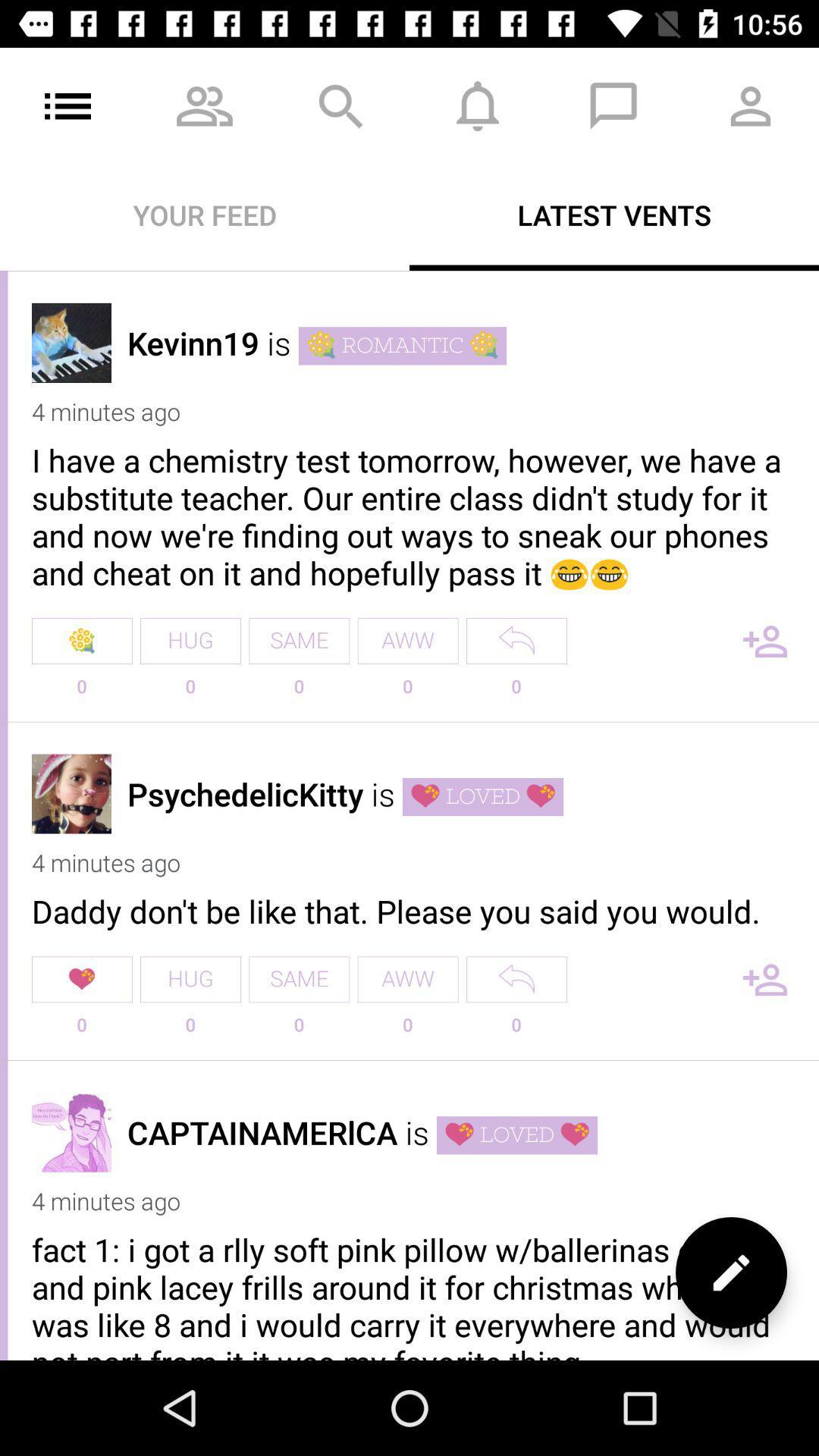 Image resolution: width=819 pixels, height=1456 pixels. Describe the element at coordinates (765, 641) in the screenshot. I see `friend` at that location.